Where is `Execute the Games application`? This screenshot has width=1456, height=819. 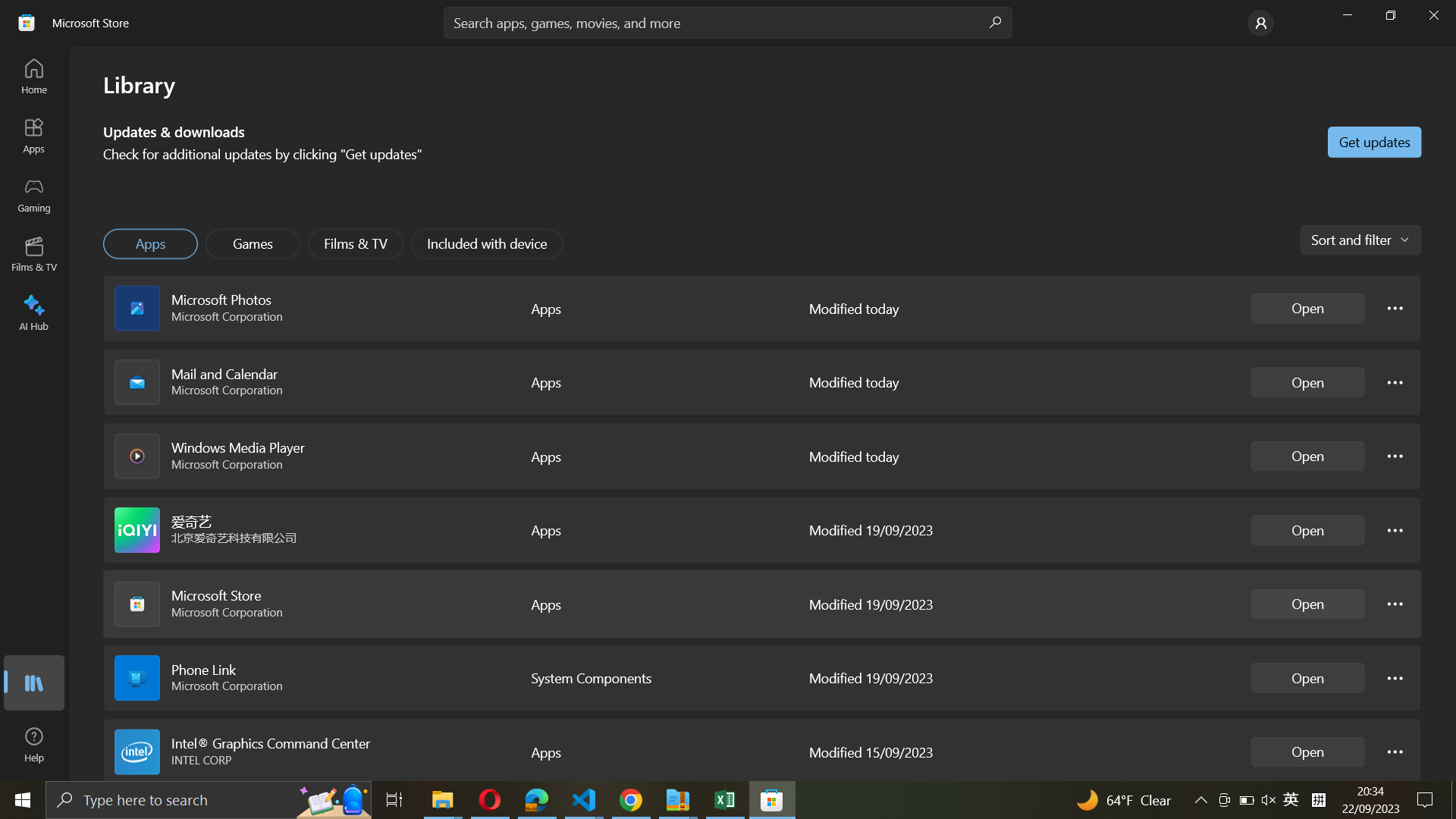 Execute the Games application is located at coordinates (253, 243).